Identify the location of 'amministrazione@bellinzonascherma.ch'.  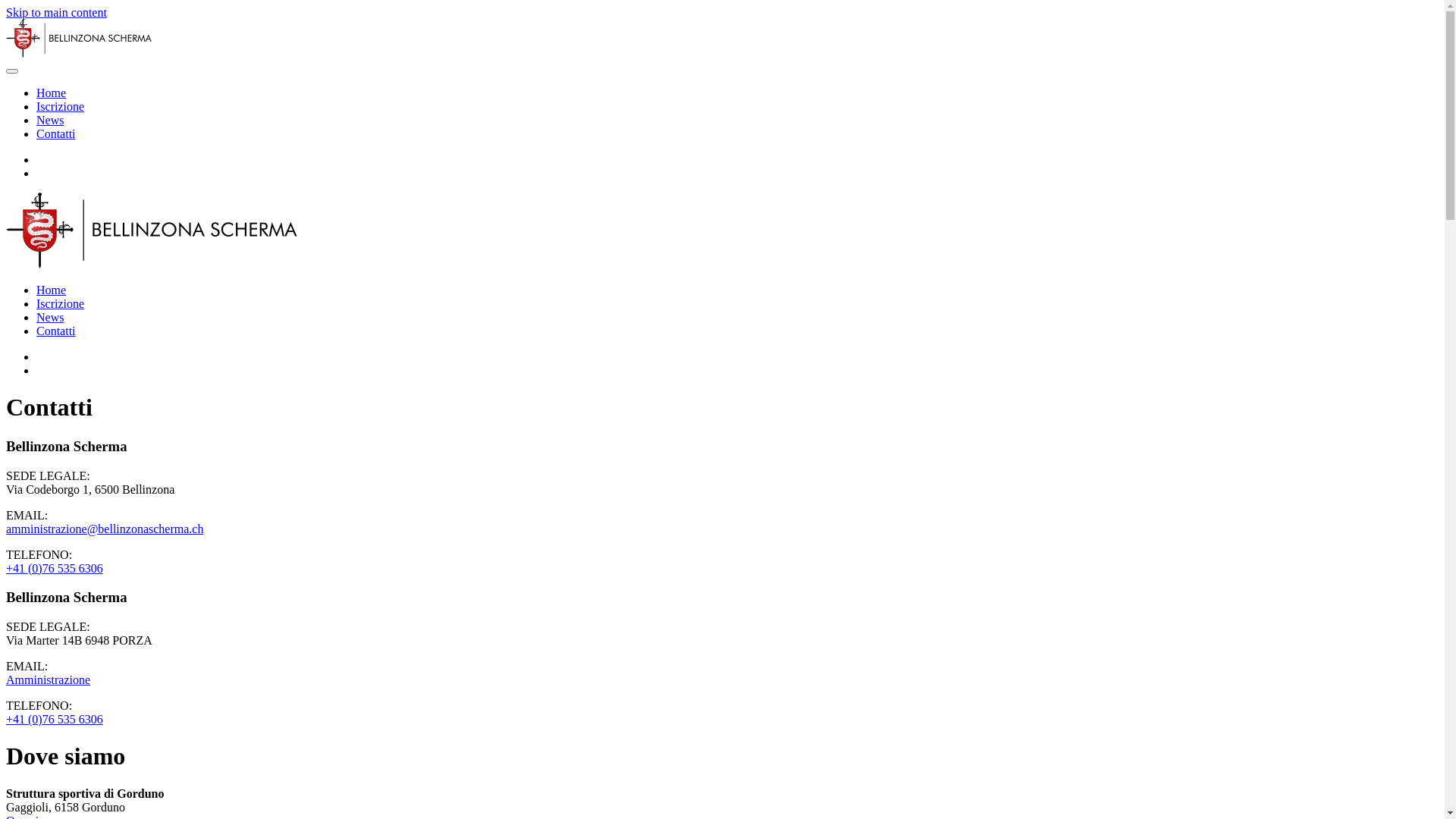
(104, 528).